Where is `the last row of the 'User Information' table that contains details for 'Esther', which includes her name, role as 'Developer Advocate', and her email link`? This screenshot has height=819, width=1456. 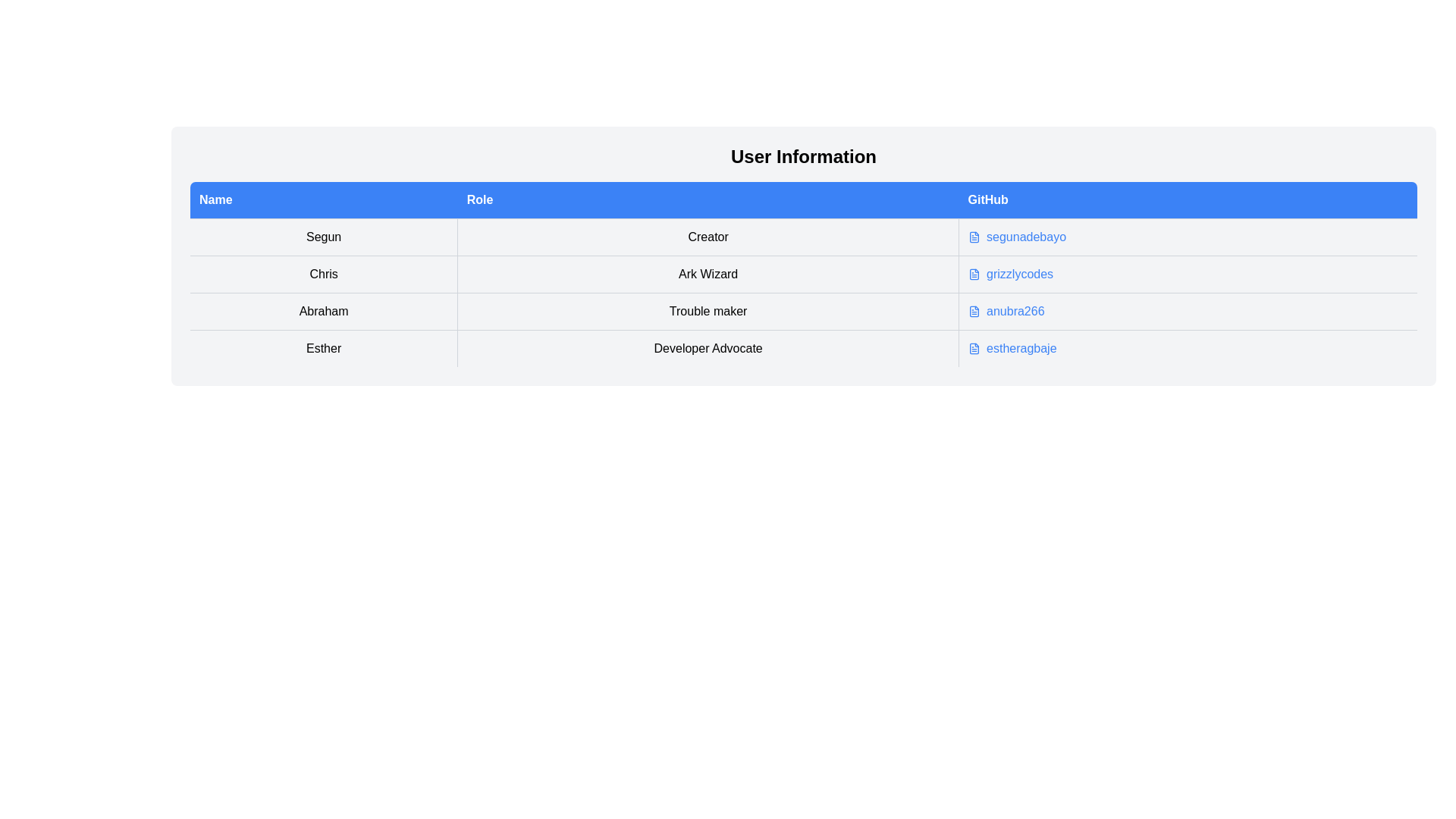 the last row of the 'User Information' table that contains details for 'Esther', which includes her name, role as 'Developer Advocate', and her email link is located at coordinates (803, 348).